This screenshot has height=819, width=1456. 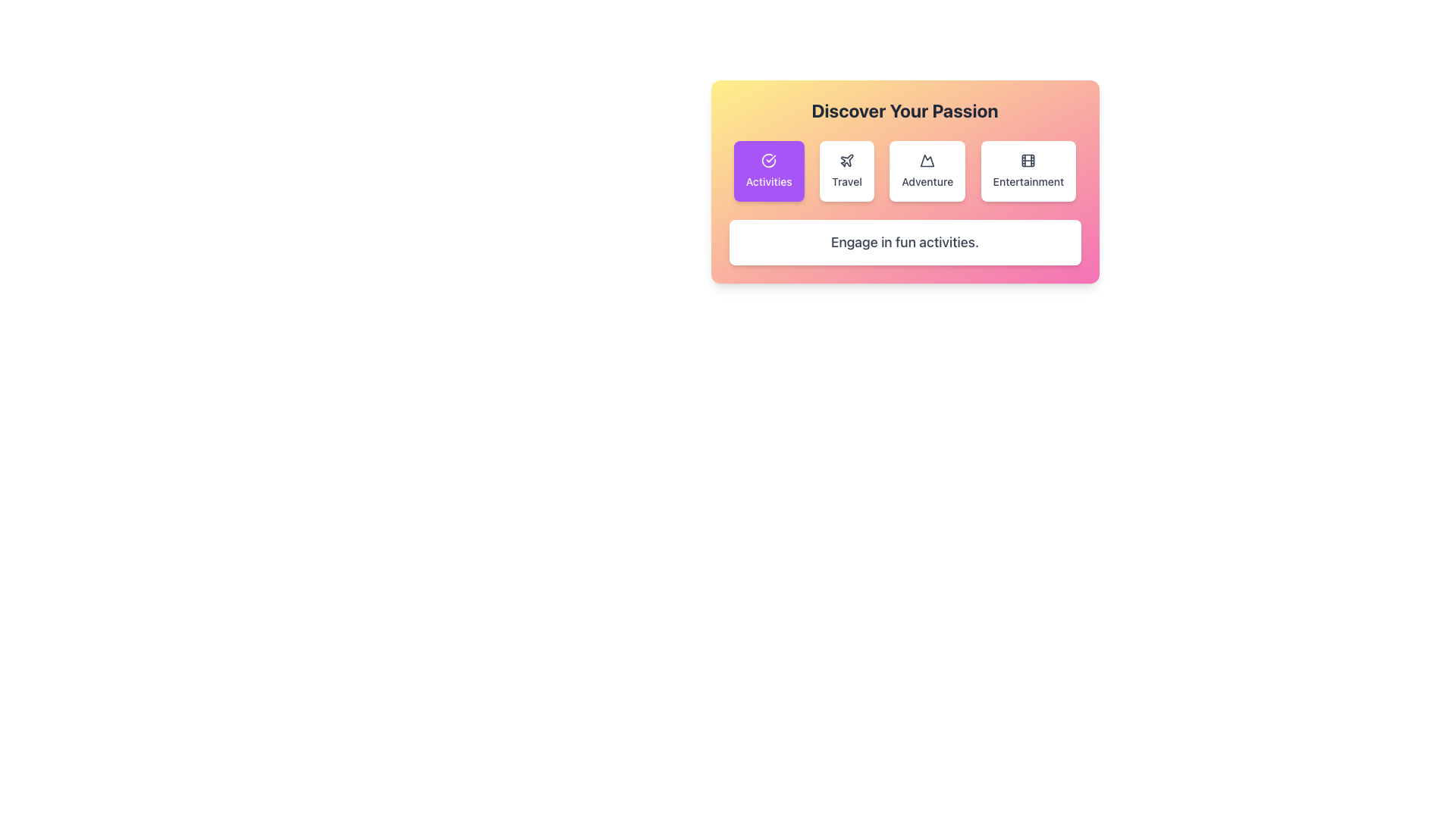 I want to click on the 'Entertainment' icon, so click(x=1028, y=161).